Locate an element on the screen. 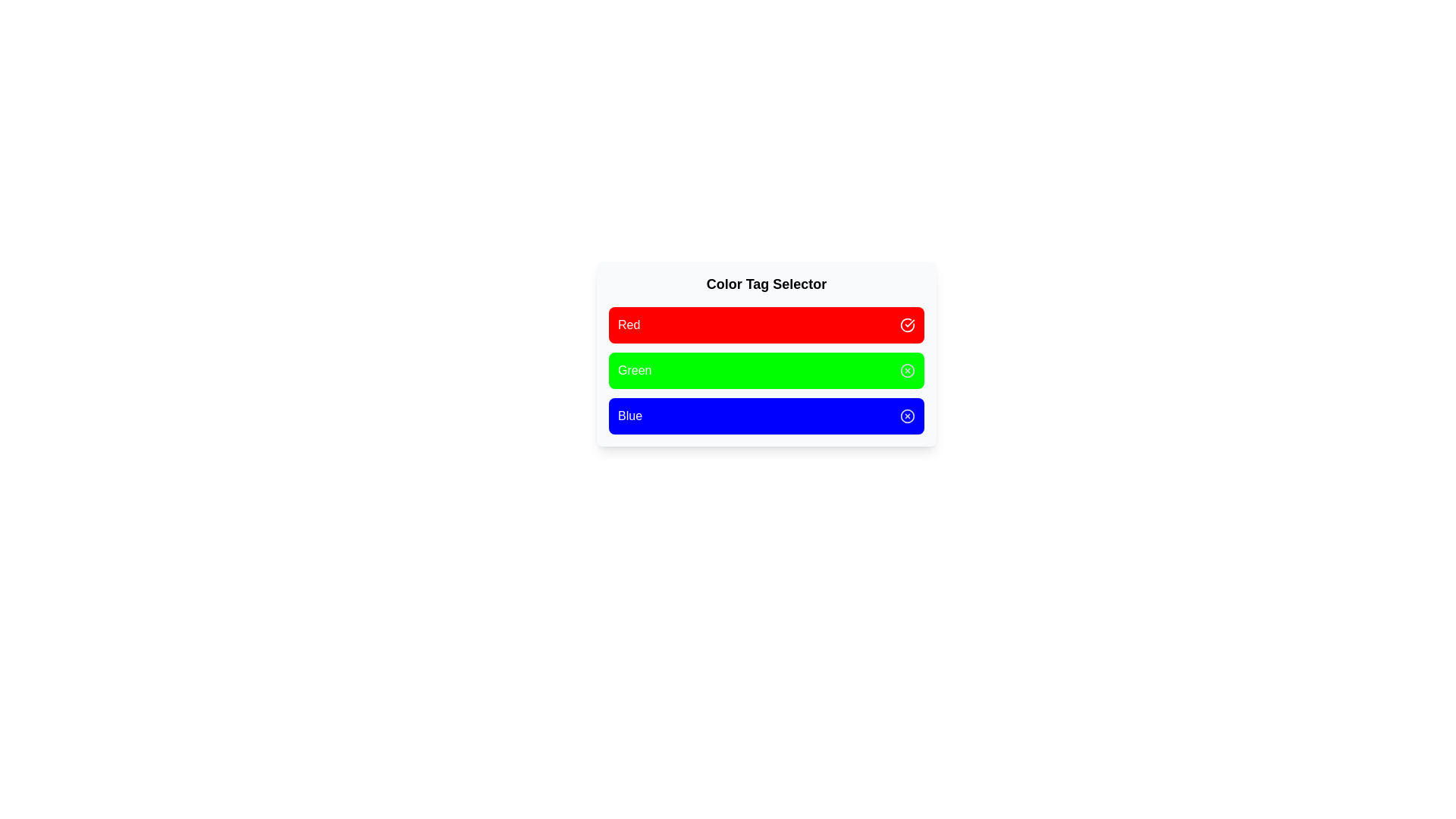 The width and height of the screenshot is (1456, 819). the color tag Blue is located at coordinates (767, 416).